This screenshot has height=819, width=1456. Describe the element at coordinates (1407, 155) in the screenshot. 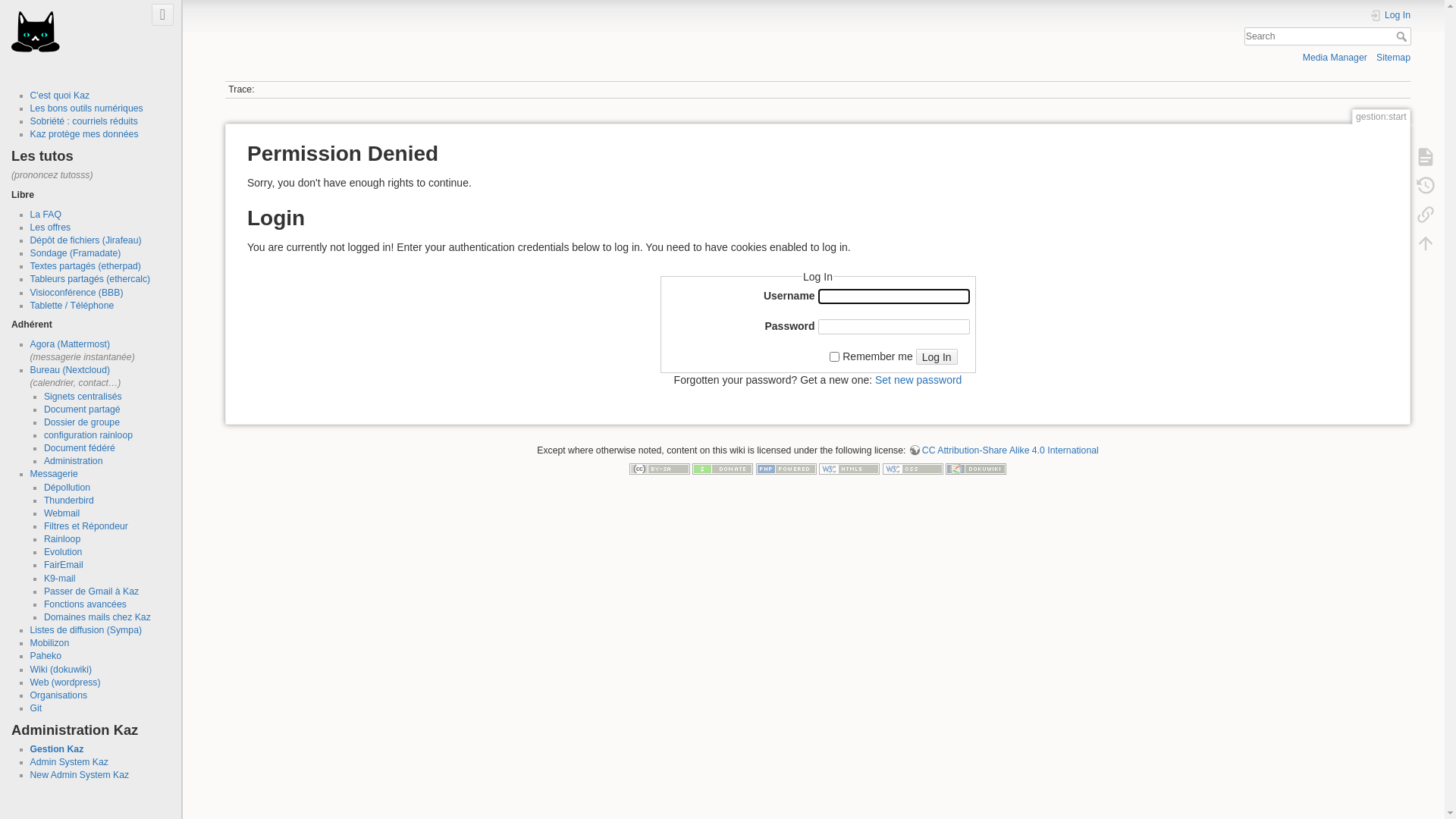

I see `'Show page [v]'` at that location.